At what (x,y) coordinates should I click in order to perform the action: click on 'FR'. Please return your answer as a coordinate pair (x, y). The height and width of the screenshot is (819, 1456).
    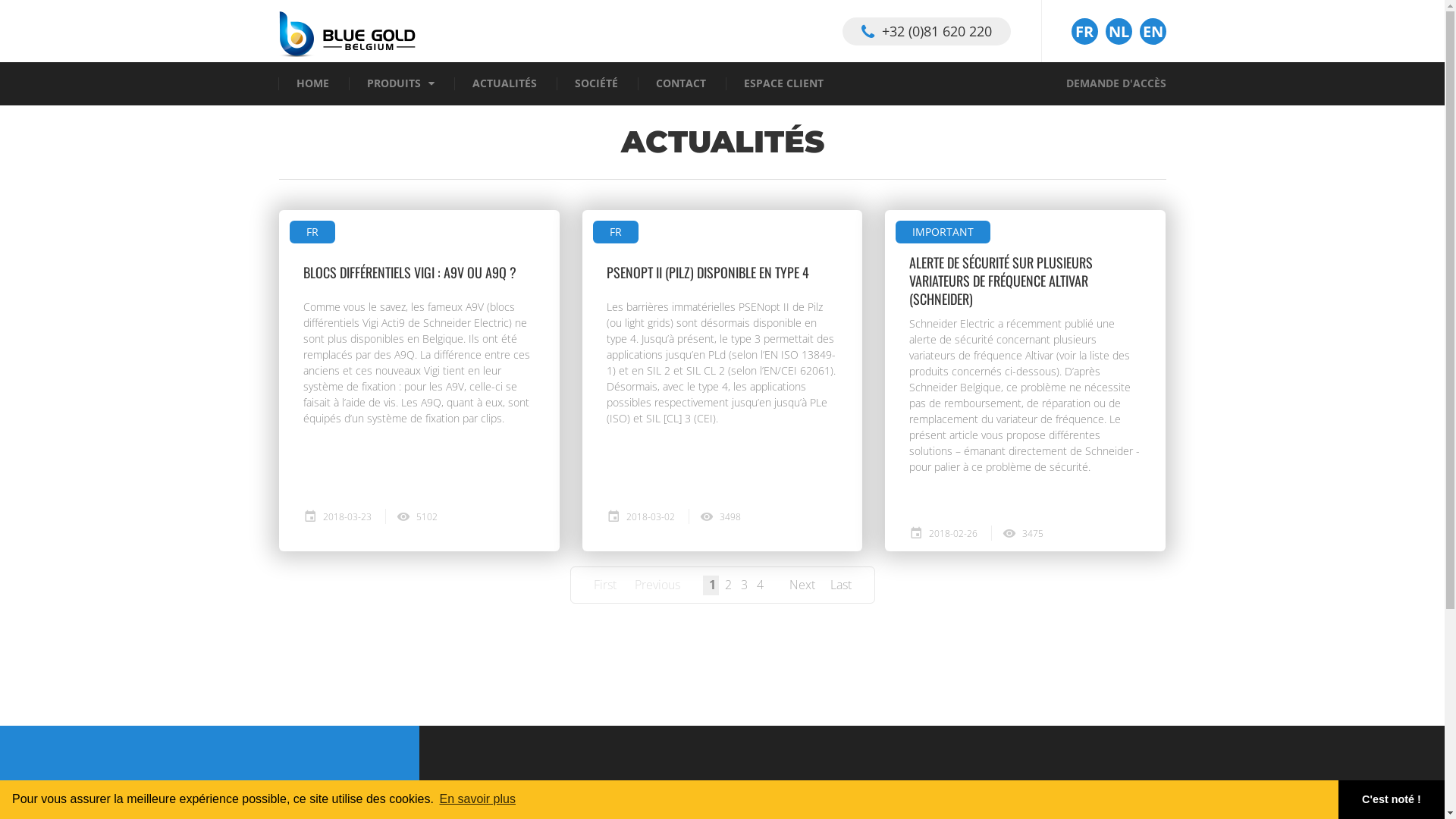
    Looking at the image, I should click on (592, 231).